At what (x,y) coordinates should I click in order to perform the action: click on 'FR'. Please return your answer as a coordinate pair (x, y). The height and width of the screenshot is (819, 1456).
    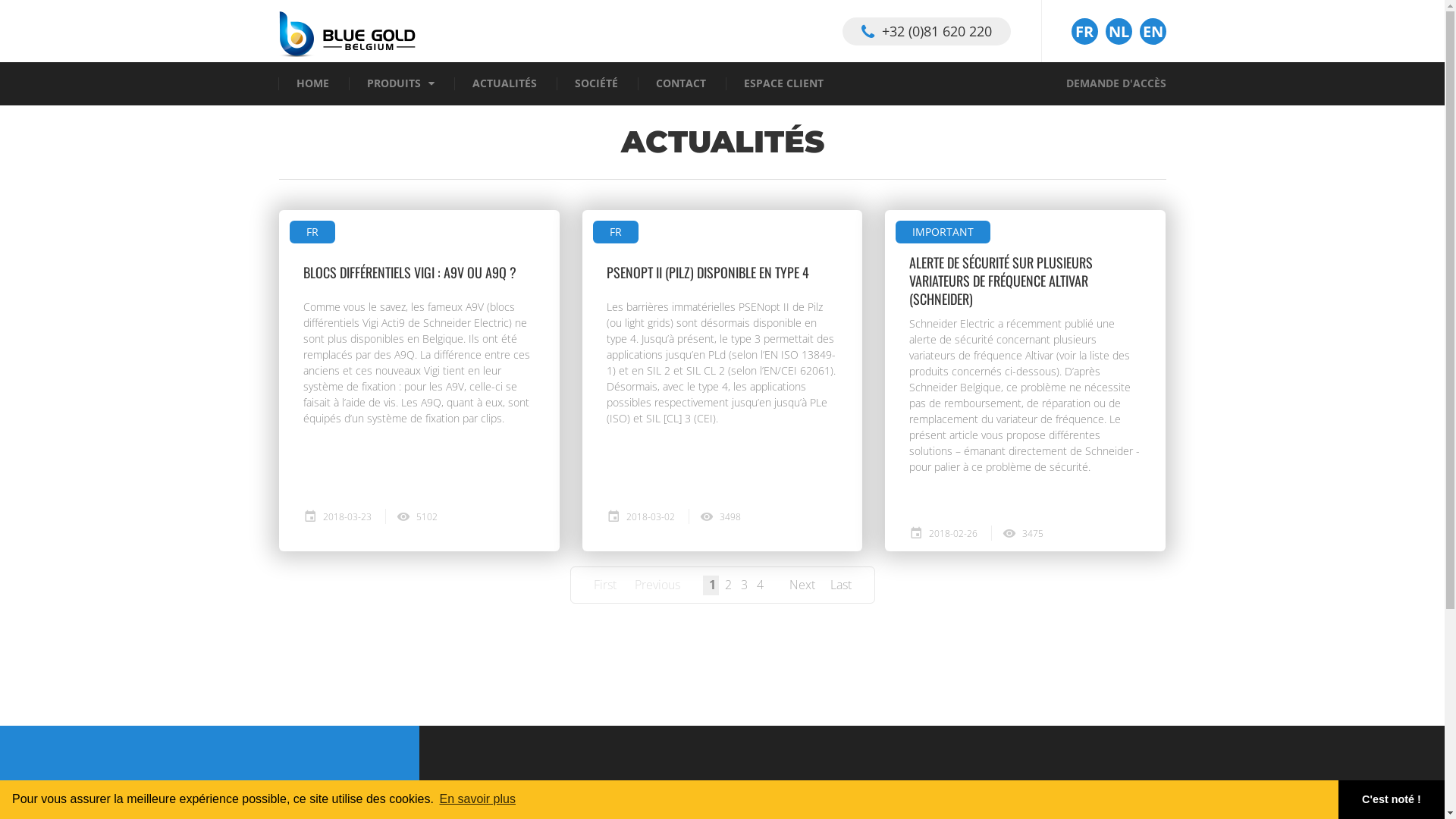
    Looking at the image, I should click on (592, 231).